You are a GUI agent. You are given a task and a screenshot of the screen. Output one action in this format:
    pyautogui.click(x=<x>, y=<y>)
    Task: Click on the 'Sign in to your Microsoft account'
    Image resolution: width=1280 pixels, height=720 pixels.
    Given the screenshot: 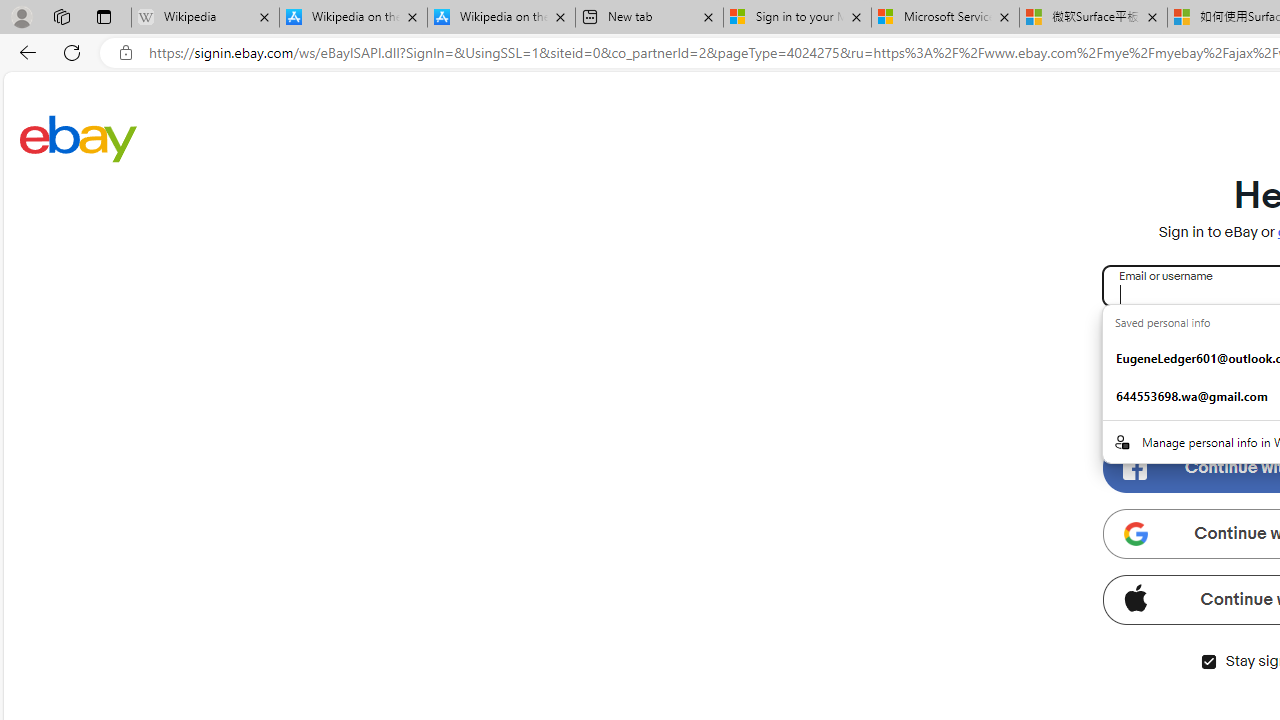 What is the action you would take?
    pyautogui.click(x=797, y=17)
    